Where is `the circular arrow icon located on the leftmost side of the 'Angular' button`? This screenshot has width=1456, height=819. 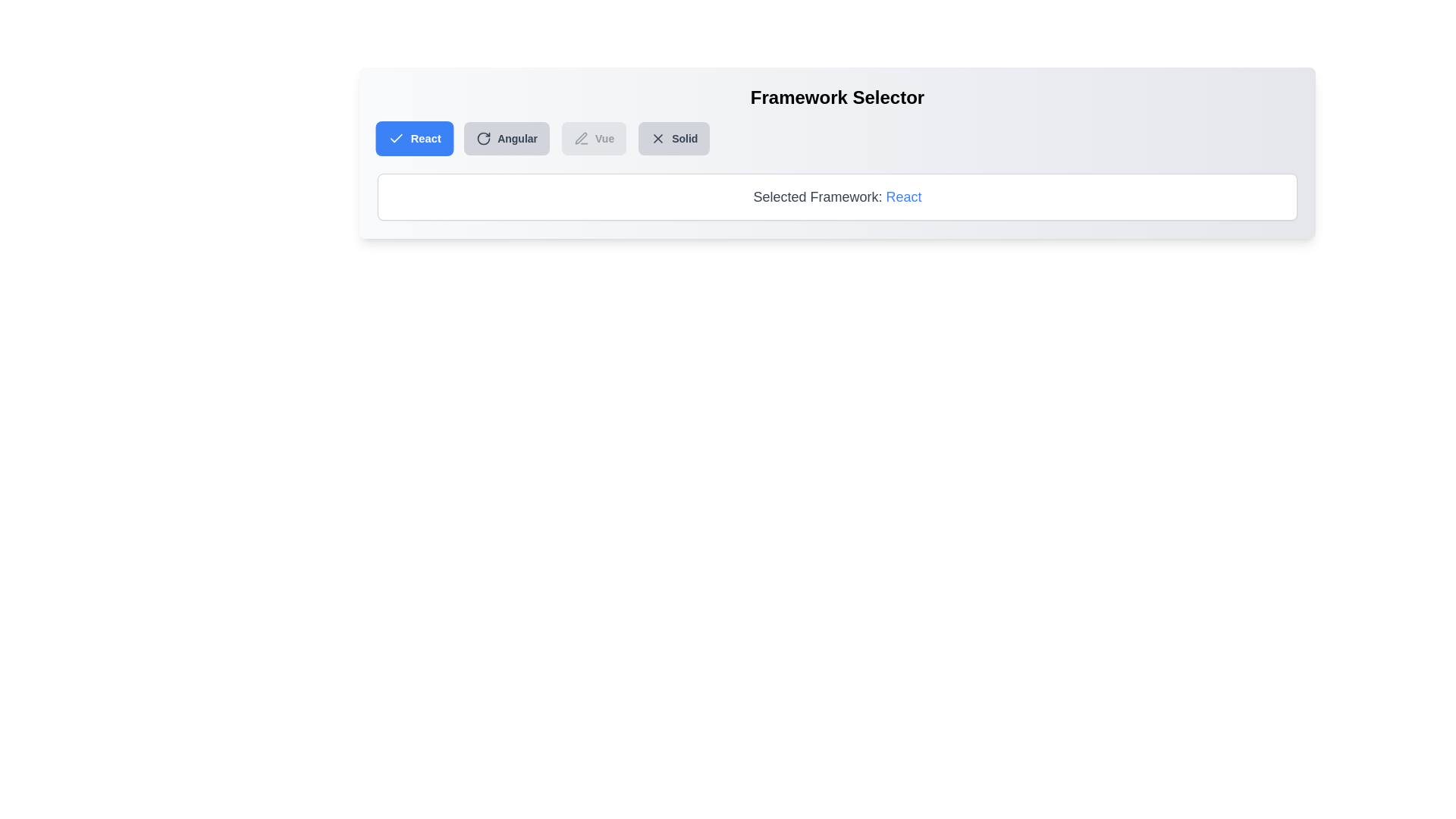
the circular arrow icon located on the leftmost side of the 'Angular' button is located at coordinates (483, 138).